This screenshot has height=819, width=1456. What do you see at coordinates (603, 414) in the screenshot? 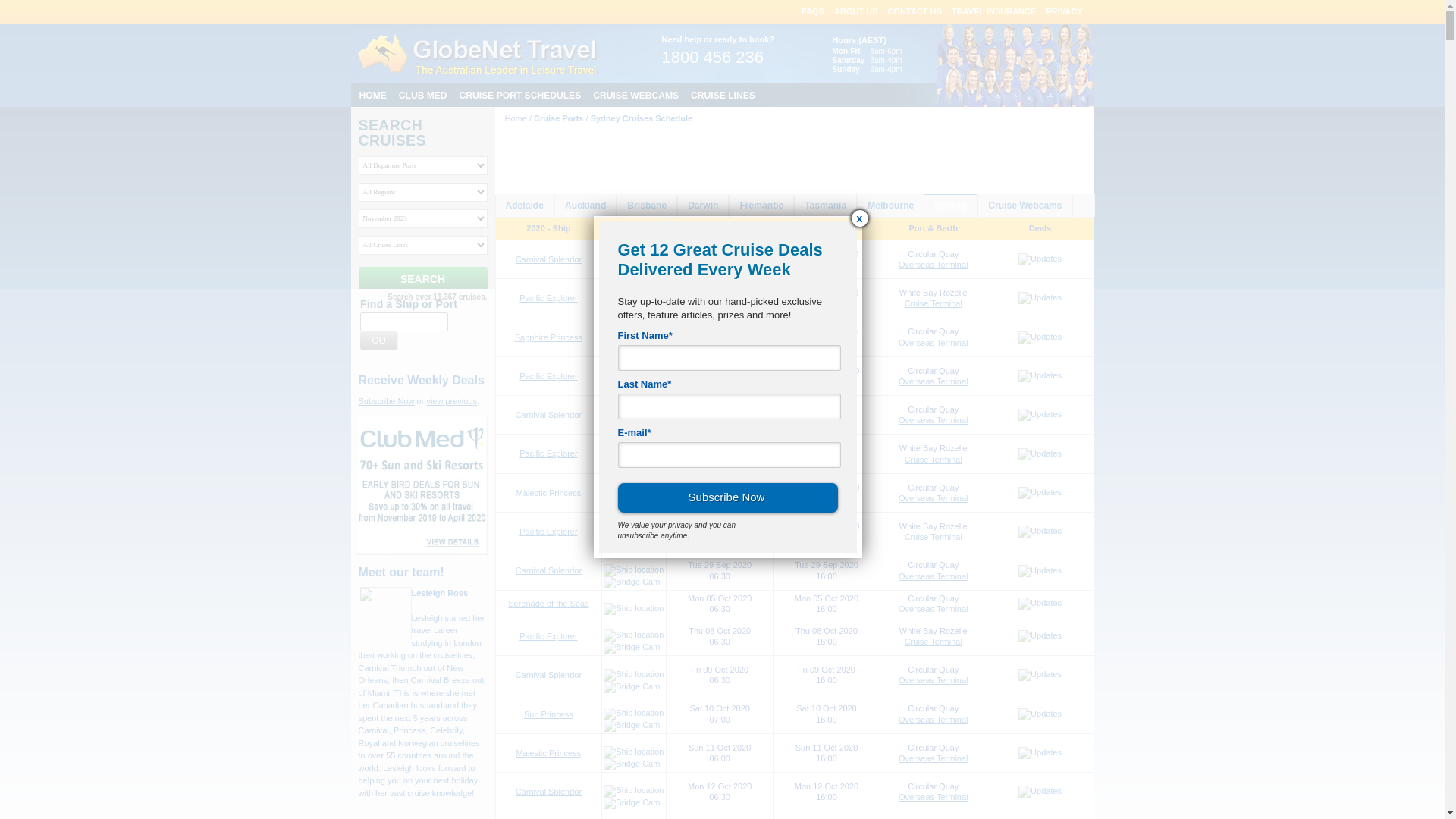
I see `'Ship location'` at bounding box center [603, 414].